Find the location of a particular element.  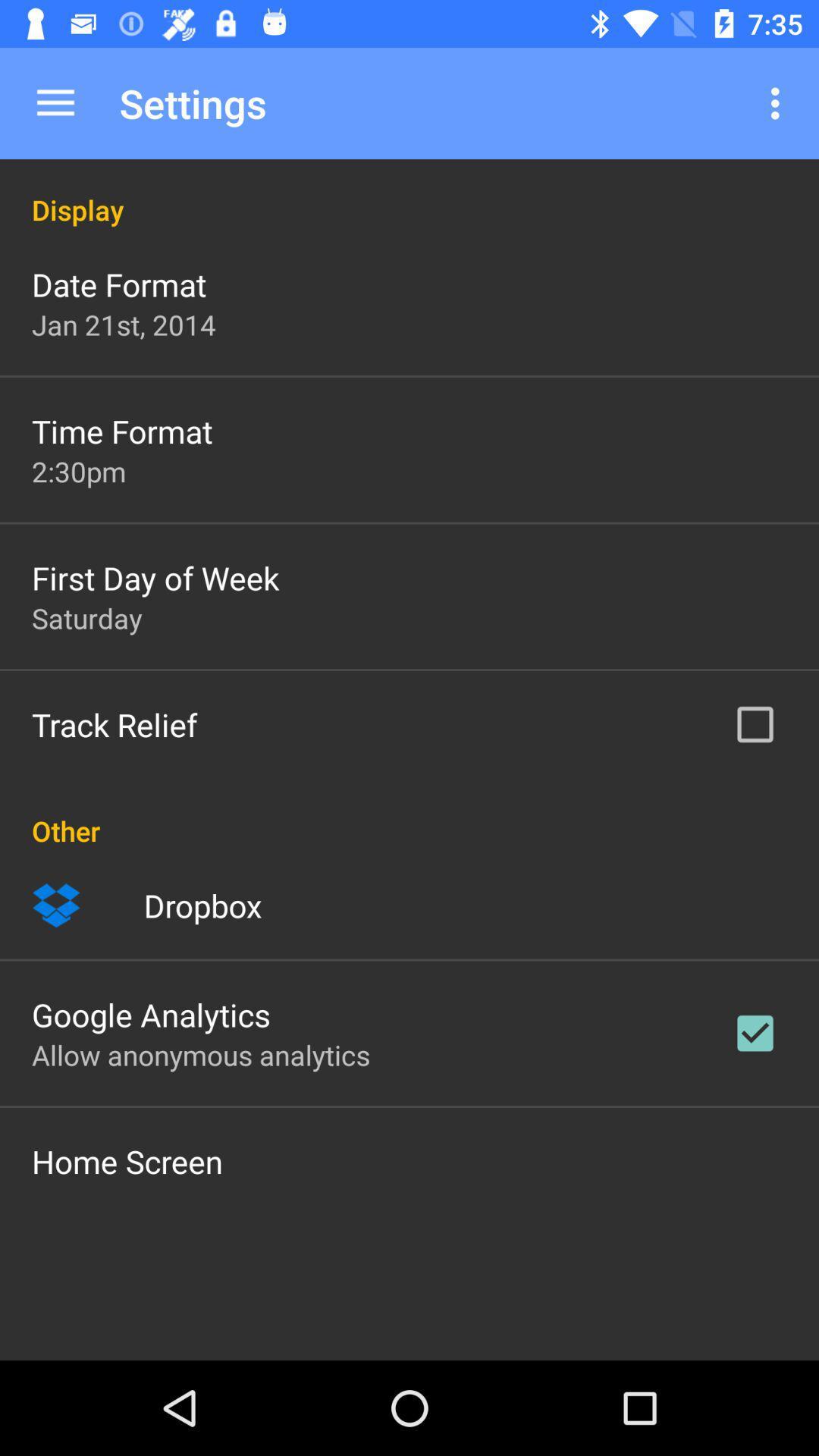

jan 21st, 2014 icon is located at coordinates (123, 324).